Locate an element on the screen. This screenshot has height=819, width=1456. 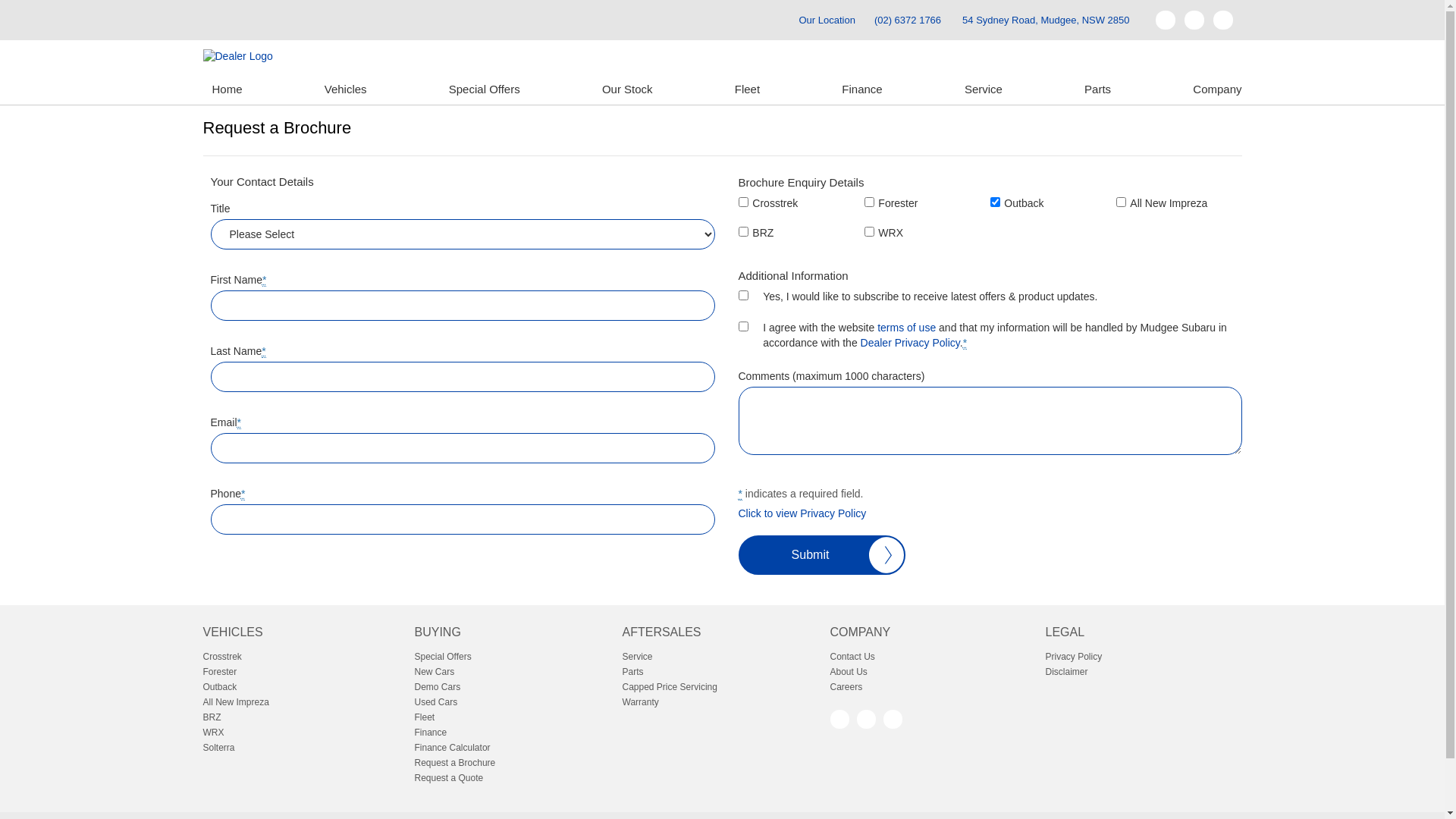
'Our Location' is located at coordinates (785, 20).